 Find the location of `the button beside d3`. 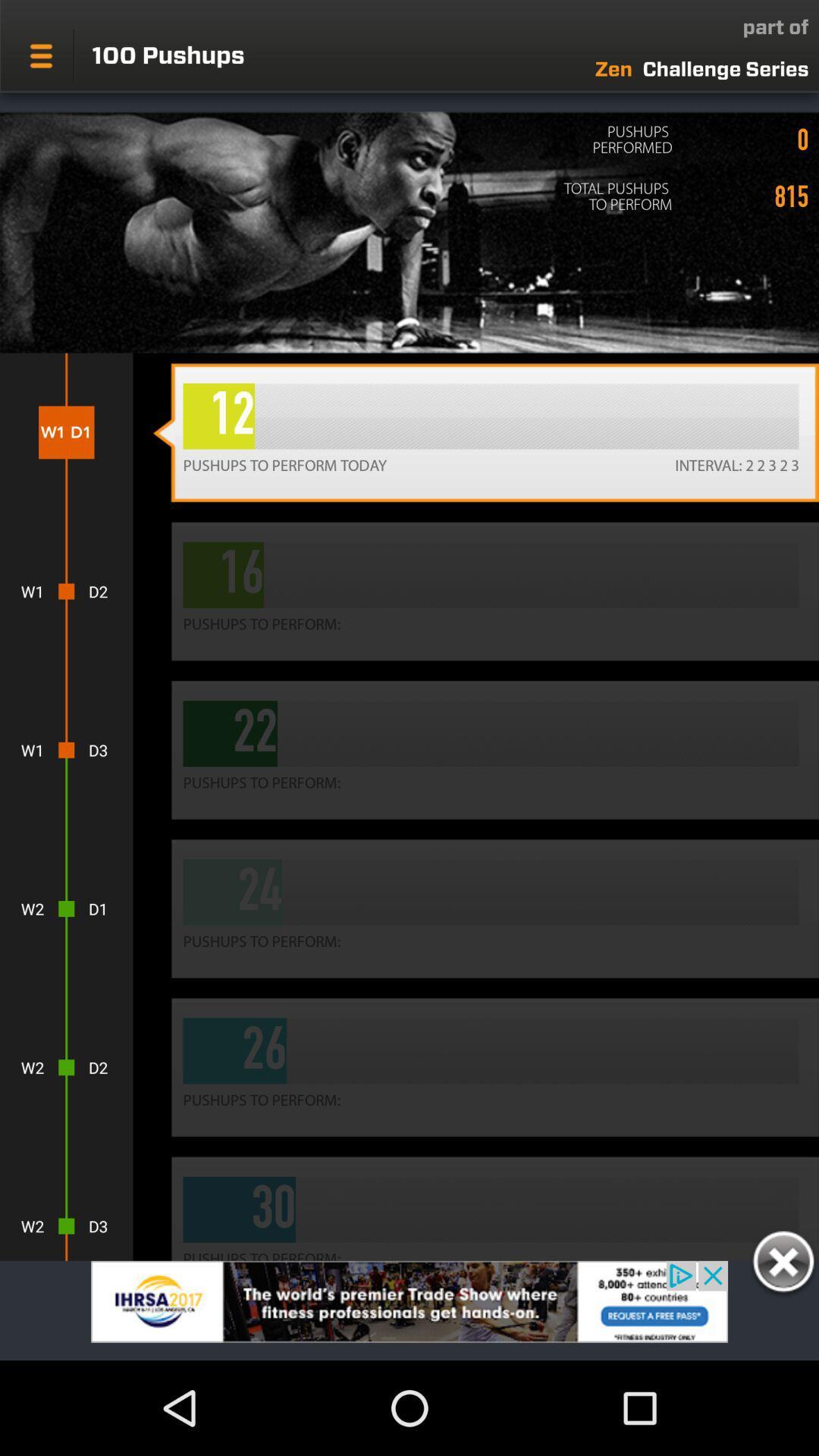

the button beside d3 is located at coordinates (485, 750).